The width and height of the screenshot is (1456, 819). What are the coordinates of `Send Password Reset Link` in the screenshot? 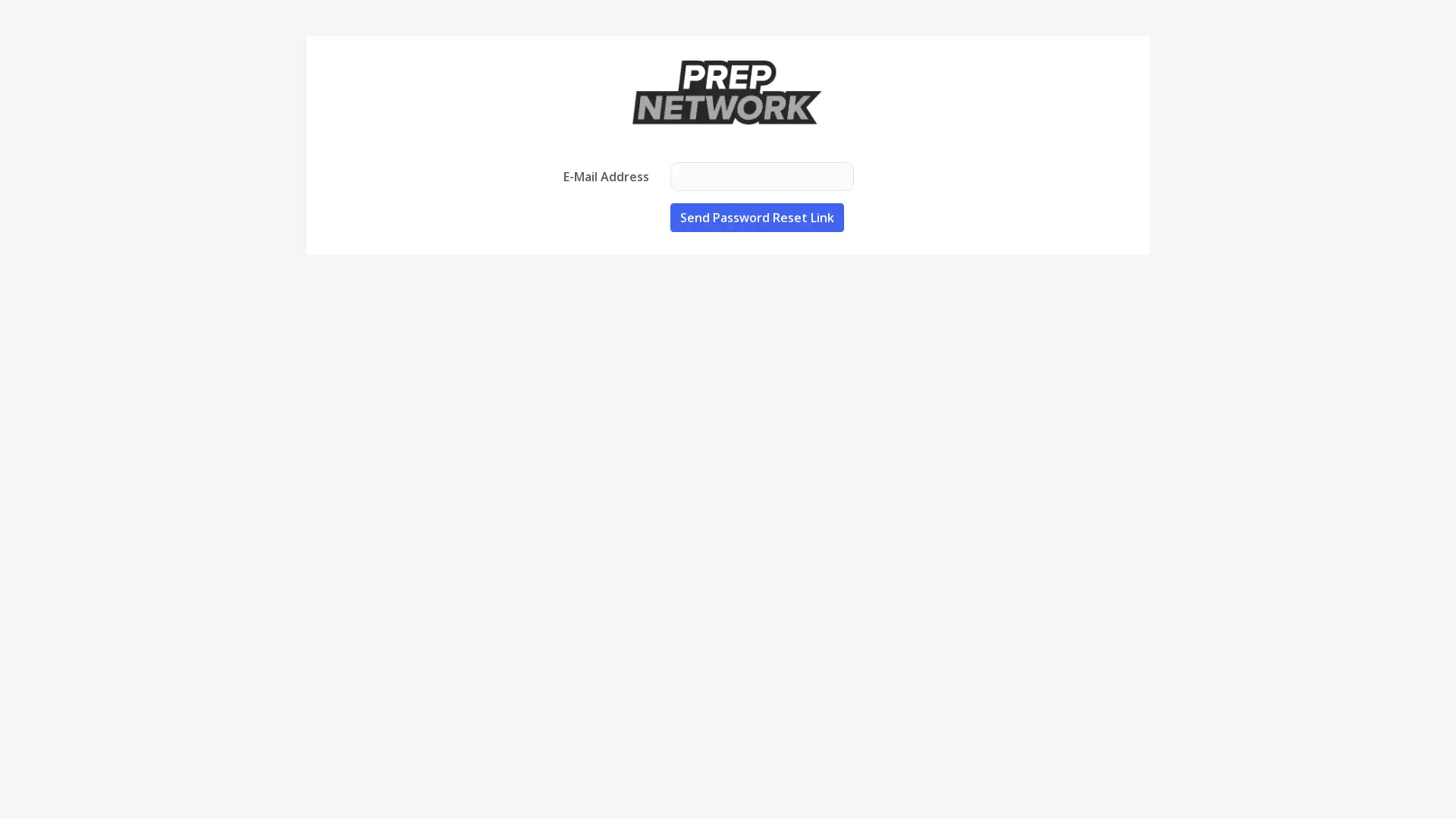 It's located at (757, 216).